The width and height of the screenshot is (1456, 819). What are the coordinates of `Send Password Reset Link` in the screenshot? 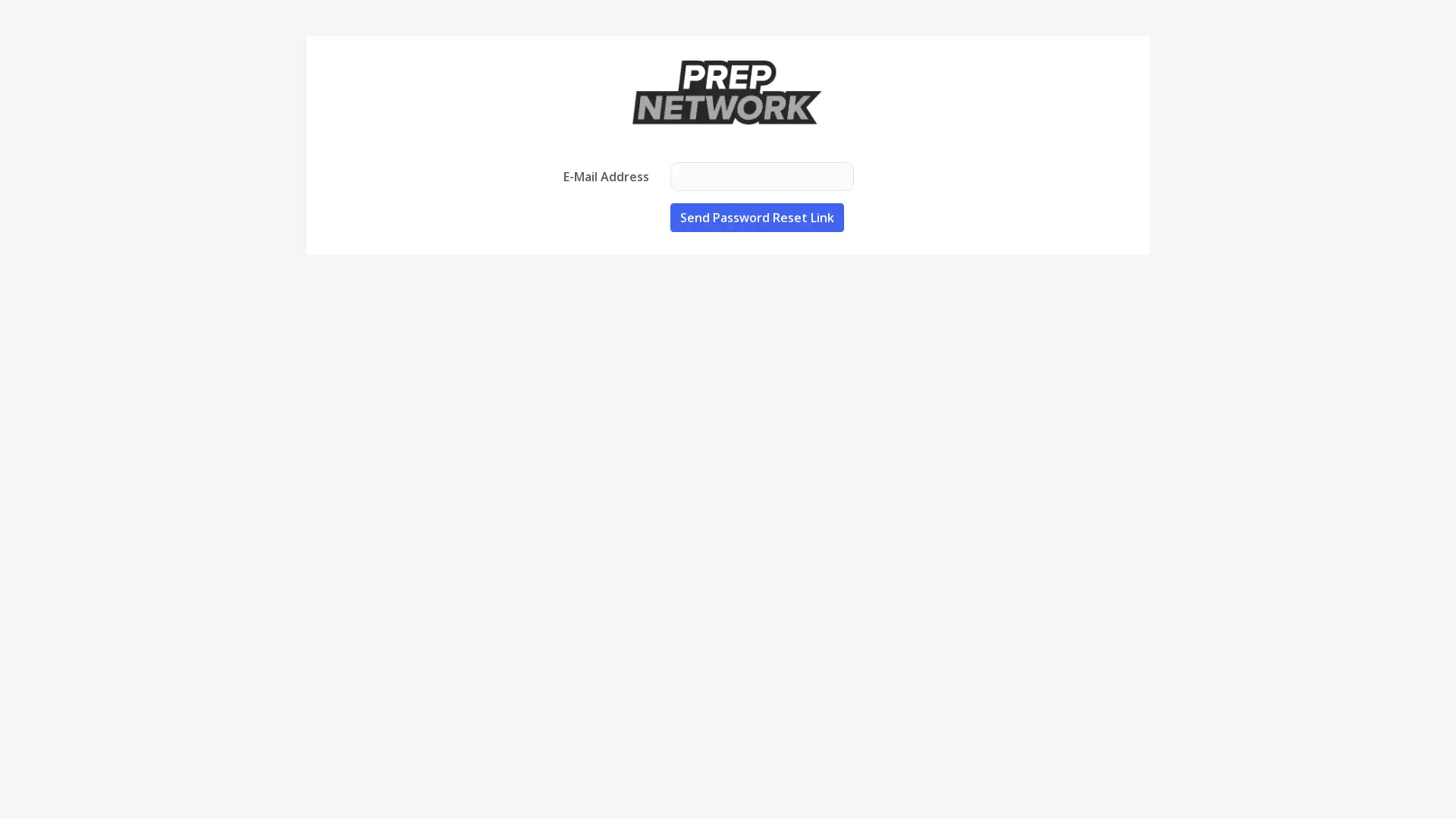 It's located at (757, 216).